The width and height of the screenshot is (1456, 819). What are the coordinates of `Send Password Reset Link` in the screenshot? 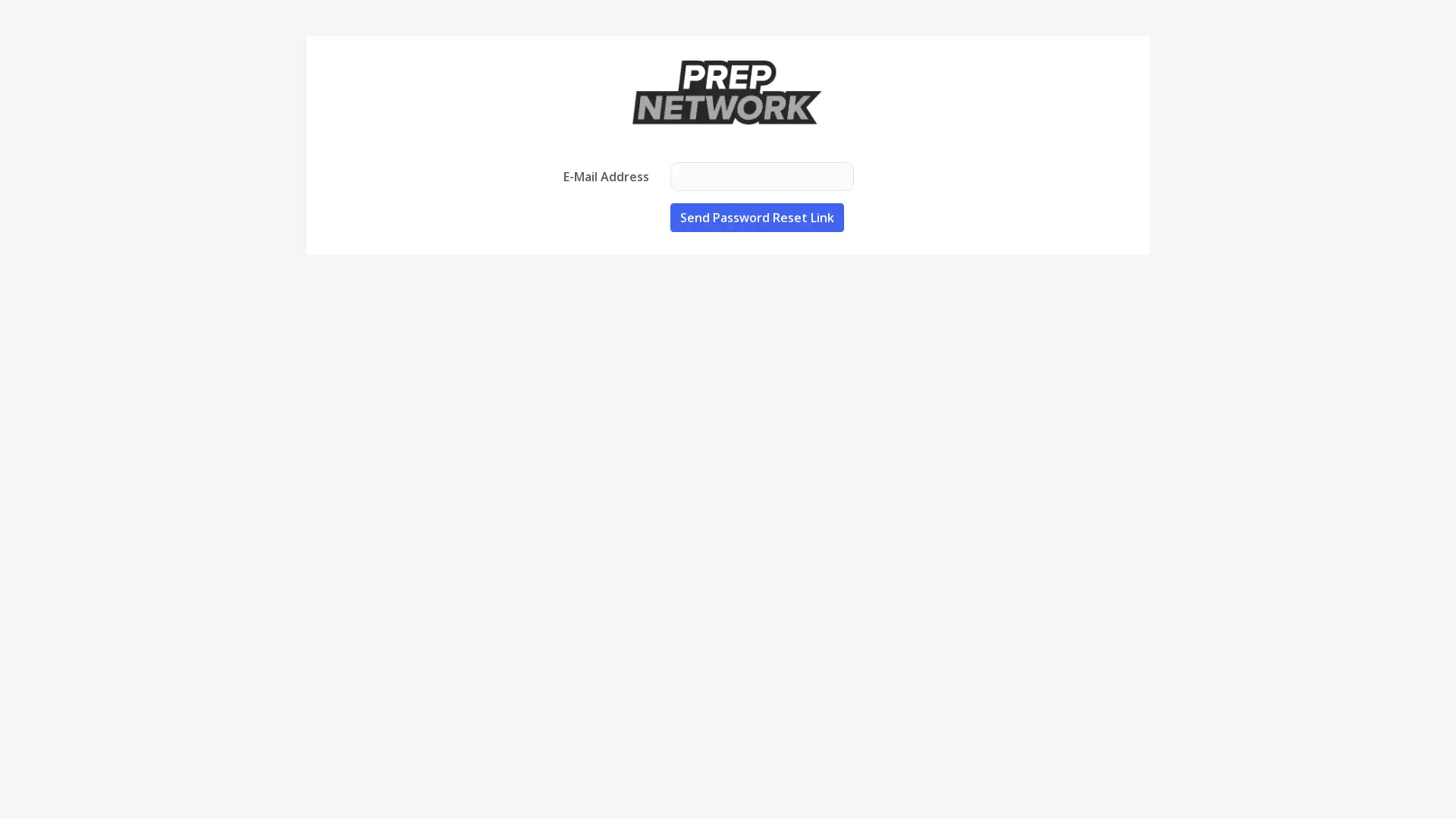 It's located at (757, 216).